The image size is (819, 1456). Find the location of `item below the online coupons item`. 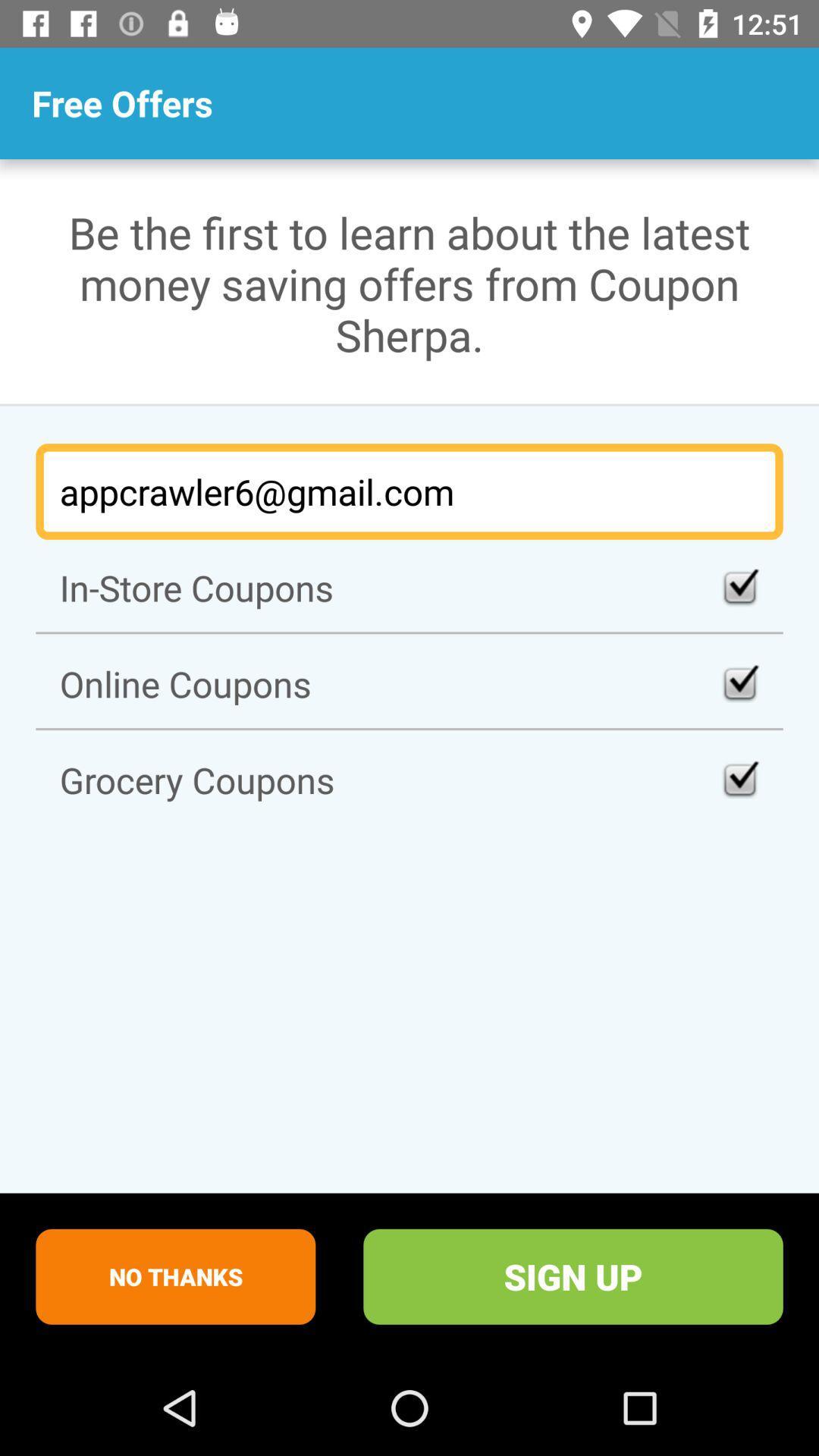

item below the online coupons item is located at coordinates (409, 780).